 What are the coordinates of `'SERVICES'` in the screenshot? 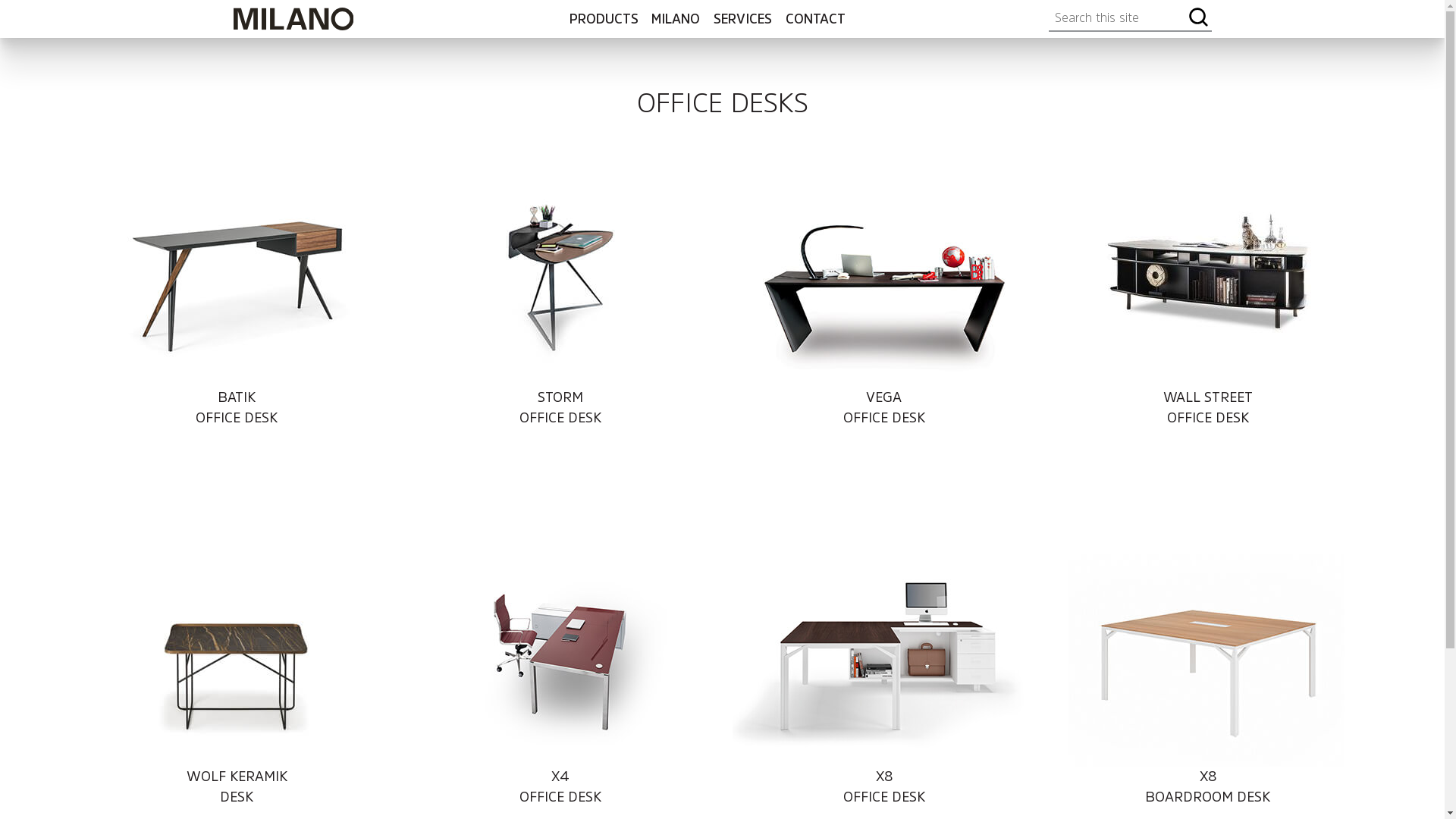 It's located at (742, 18).